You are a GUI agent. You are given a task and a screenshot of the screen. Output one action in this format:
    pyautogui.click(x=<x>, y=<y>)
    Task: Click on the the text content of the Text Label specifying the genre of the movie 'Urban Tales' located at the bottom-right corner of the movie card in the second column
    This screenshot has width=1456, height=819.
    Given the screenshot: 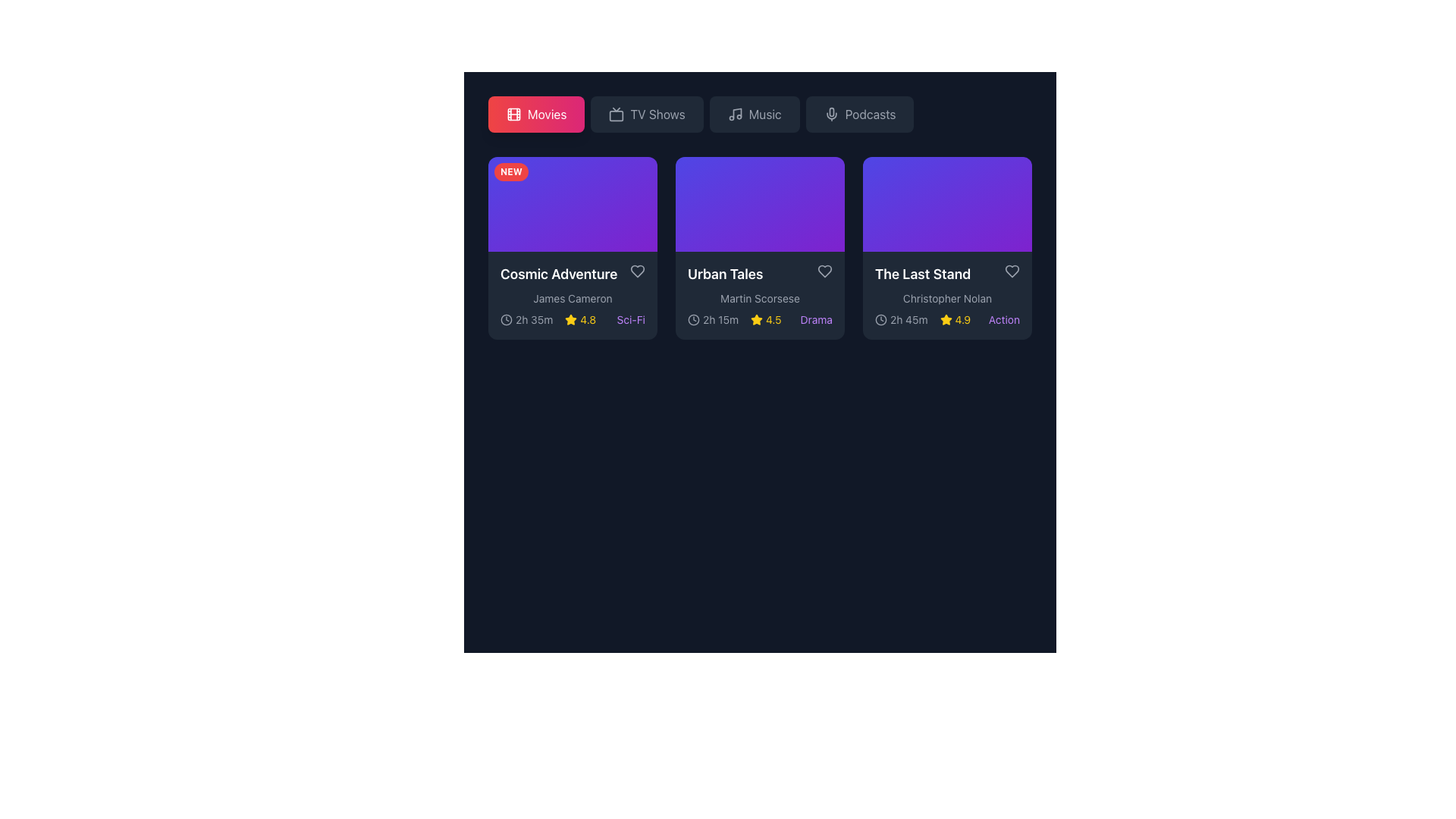 What is the action you would take?
    pyautogui.click(x=815, y=319)
    